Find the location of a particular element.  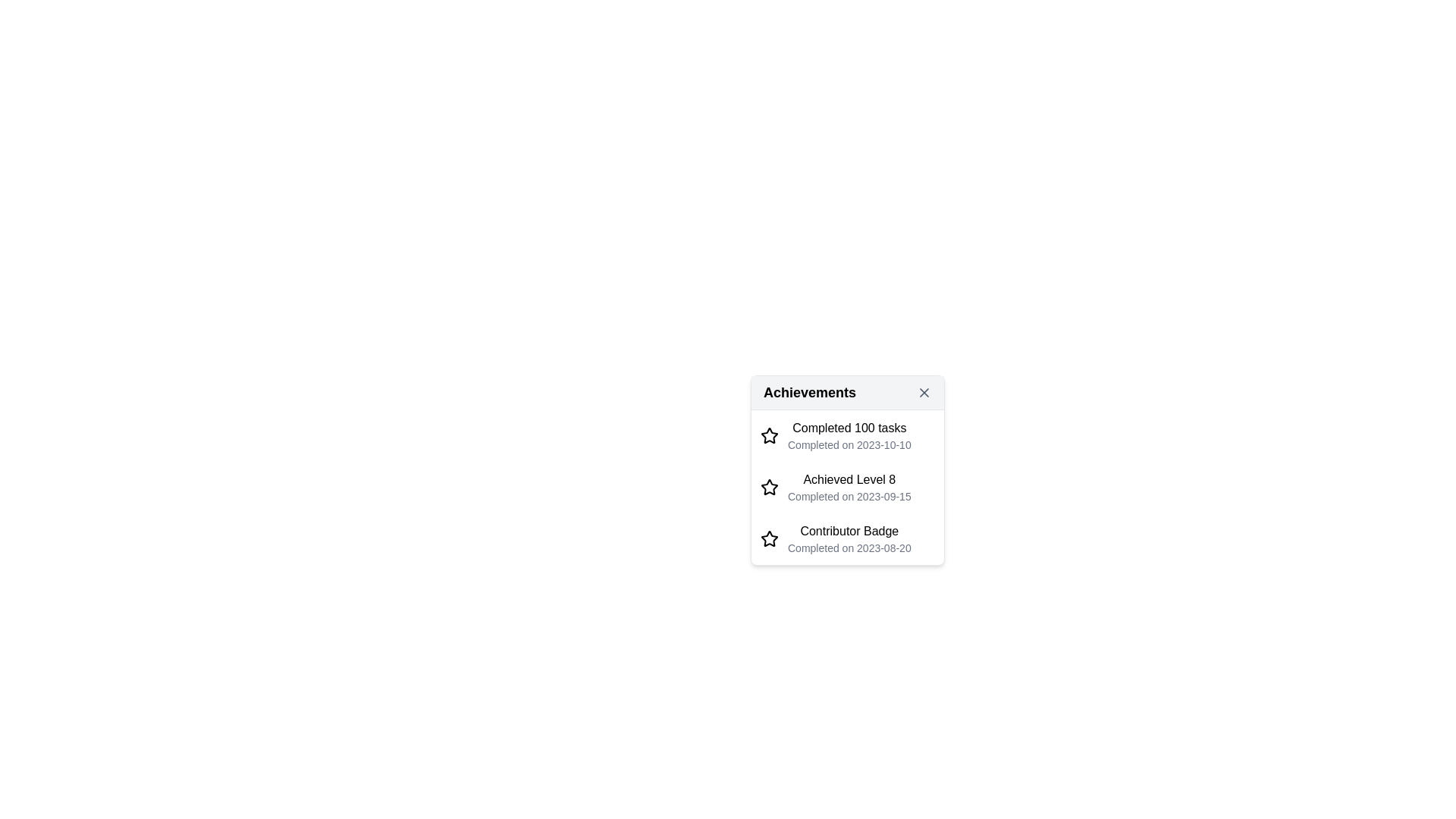

information displayed for the achievement titled 'Achieved Level 8' in the Achievements panel is located at coordinates (847, 487).